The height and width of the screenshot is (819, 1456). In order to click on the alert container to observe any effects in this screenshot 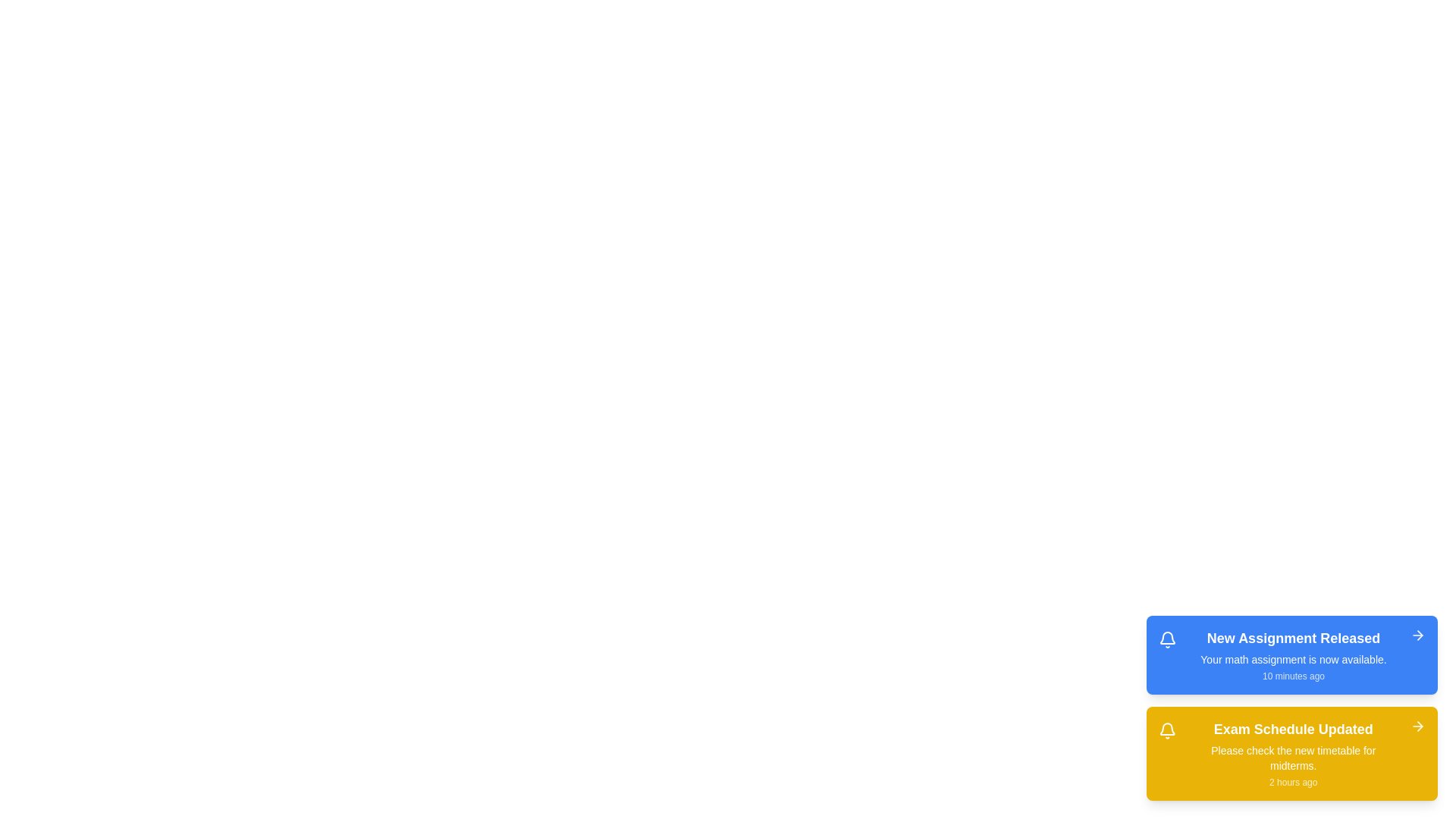, I will do `click(1291, 708)`.